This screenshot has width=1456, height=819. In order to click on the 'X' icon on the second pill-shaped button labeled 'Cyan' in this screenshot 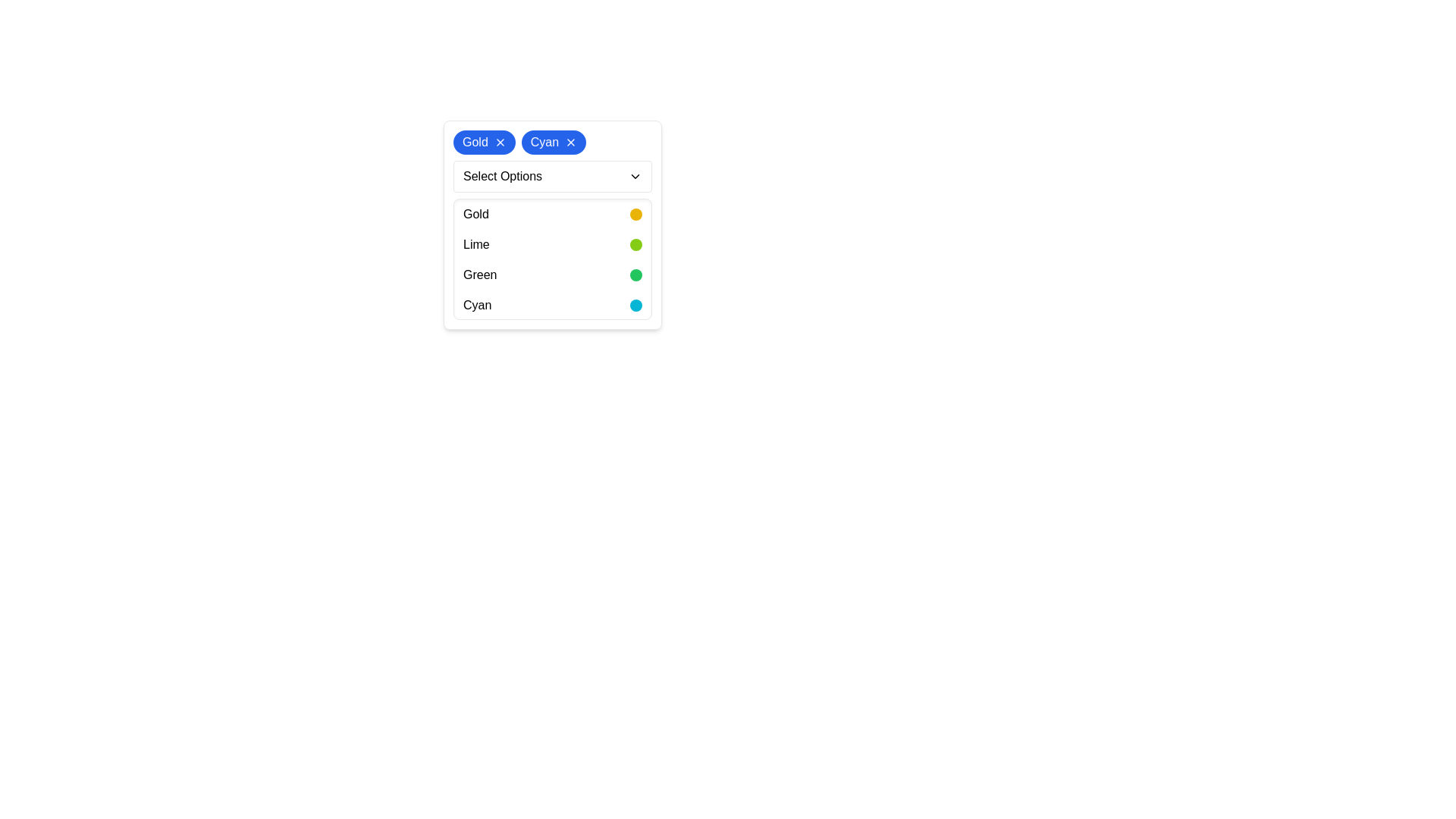, I will do `click(553, 143)`.